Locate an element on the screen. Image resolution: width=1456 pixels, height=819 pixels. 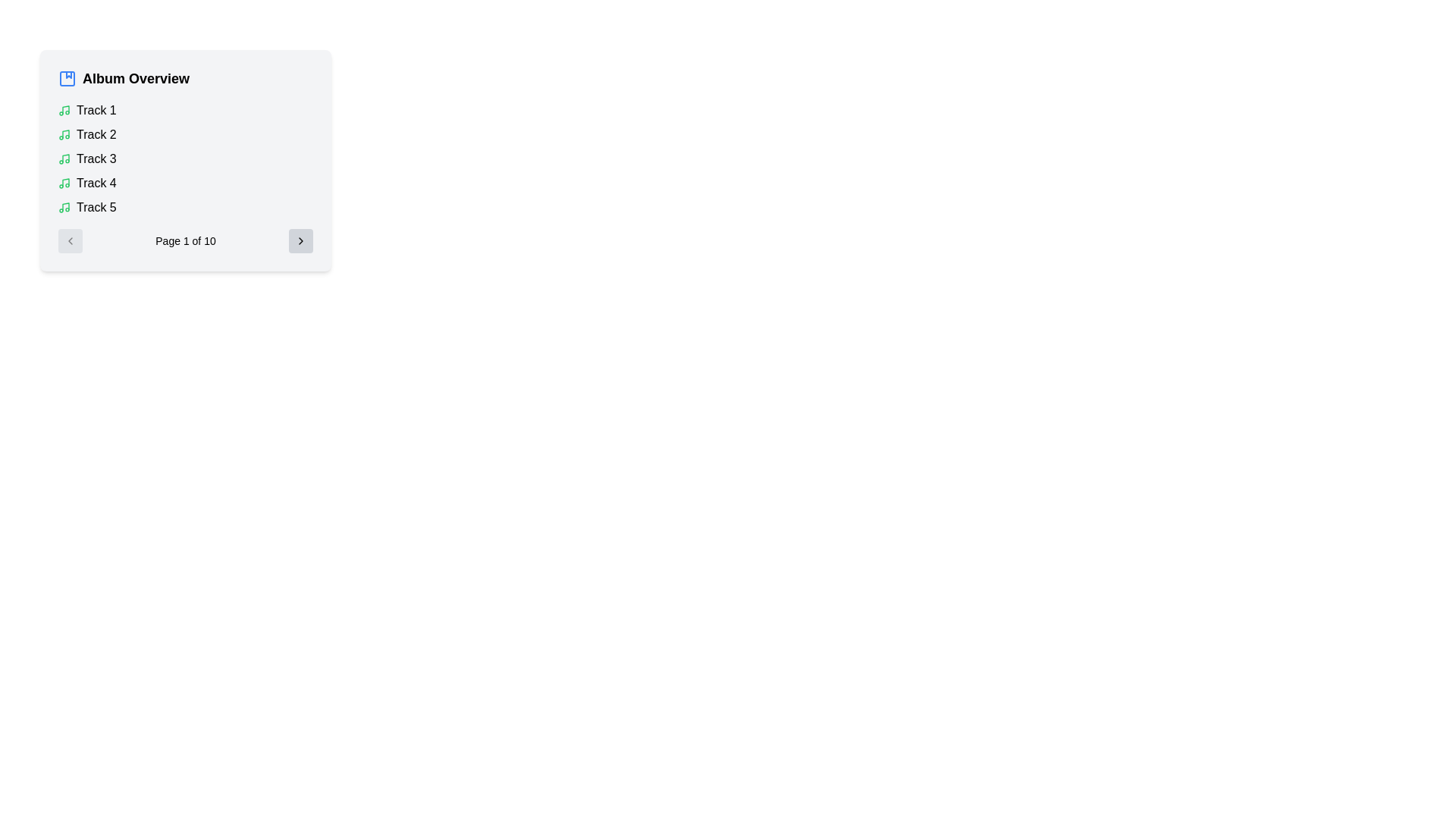
the text label displaying 'Page 1 of 10', which is centrally positioned and styled with a small font size, to interact with the pagination controls is located at coordinates (184, 240).